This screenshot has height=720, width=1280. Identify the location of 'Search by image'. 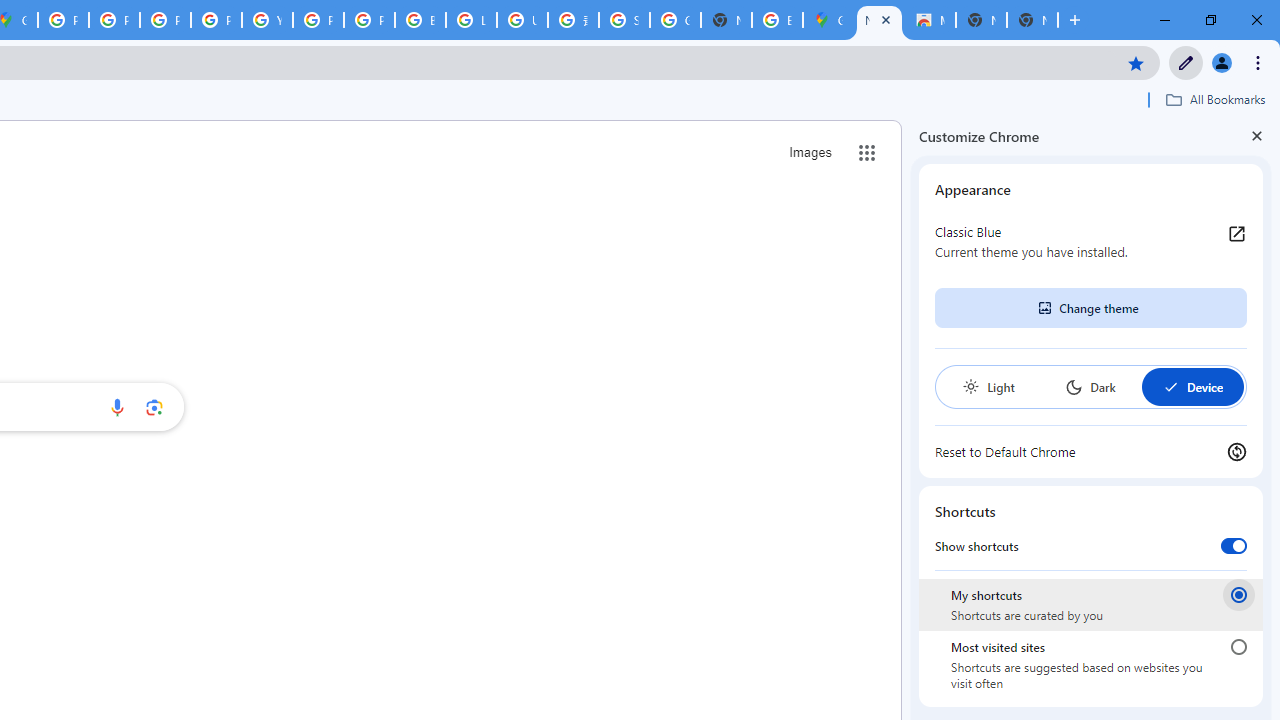
(153, 406).